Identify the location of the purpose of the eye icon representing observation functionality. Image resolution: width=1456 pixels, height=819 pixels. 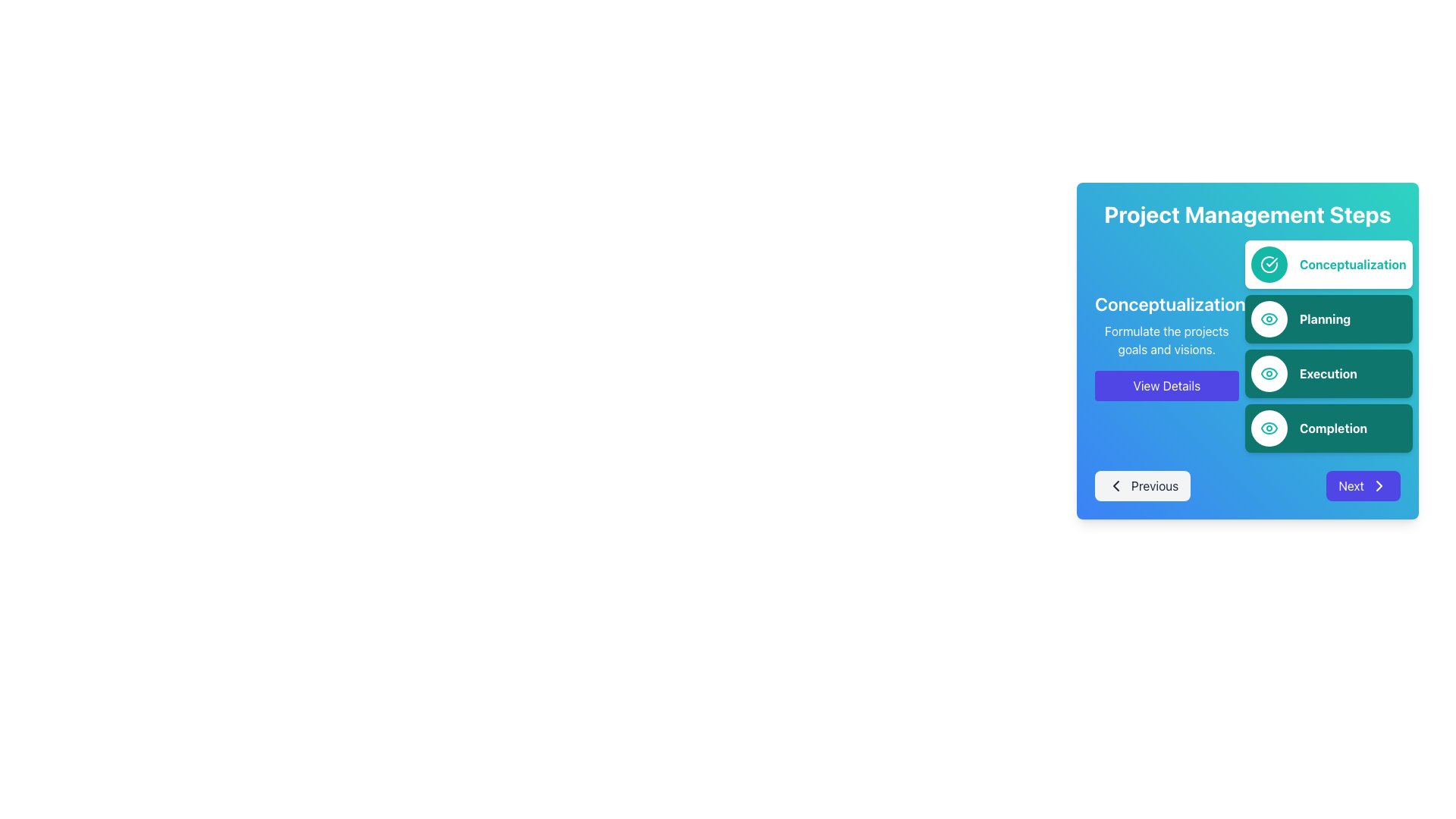
(1269, 428).